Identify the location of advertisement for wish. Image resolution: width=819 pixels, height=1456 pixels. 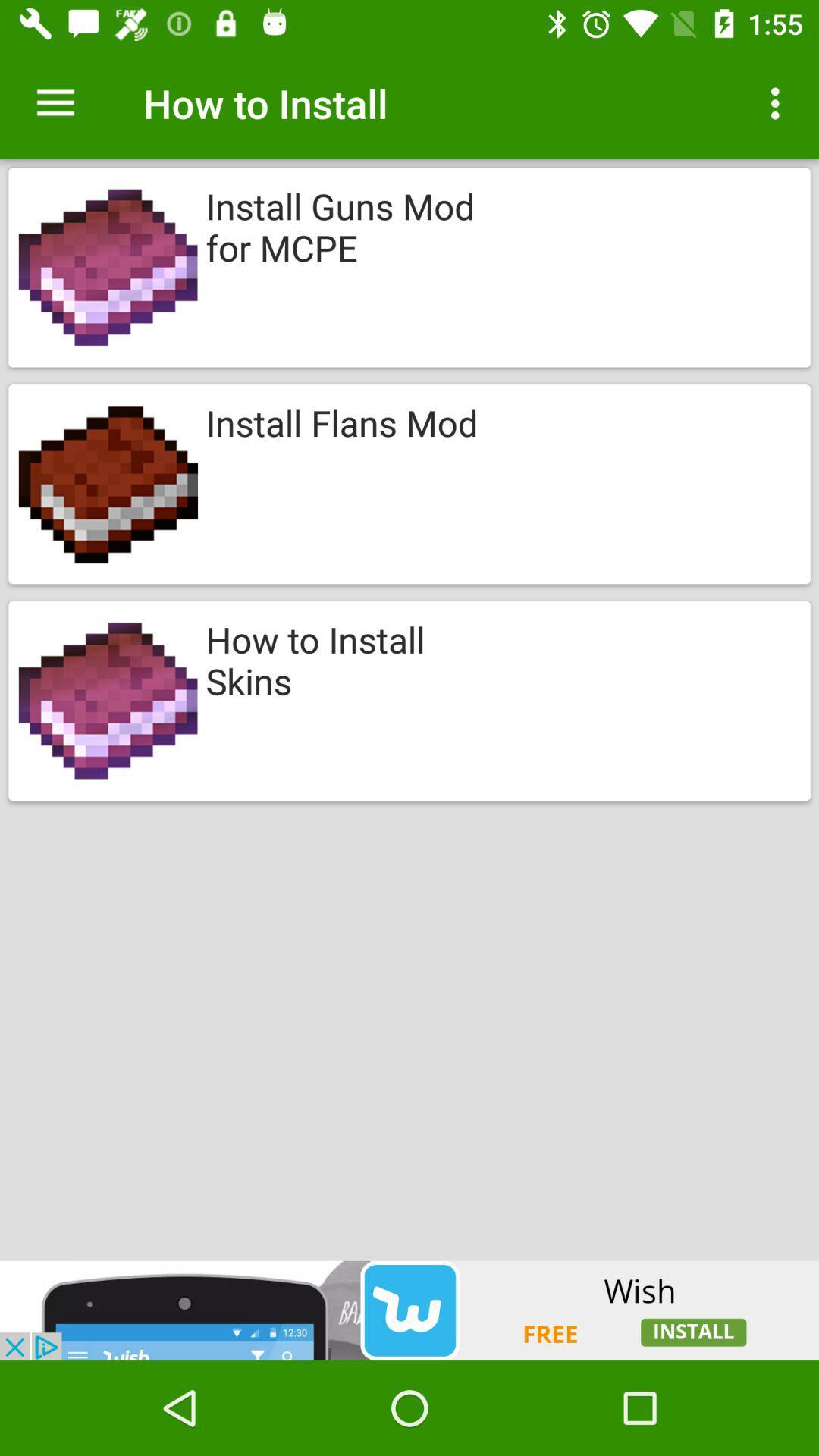
(409, 1310).